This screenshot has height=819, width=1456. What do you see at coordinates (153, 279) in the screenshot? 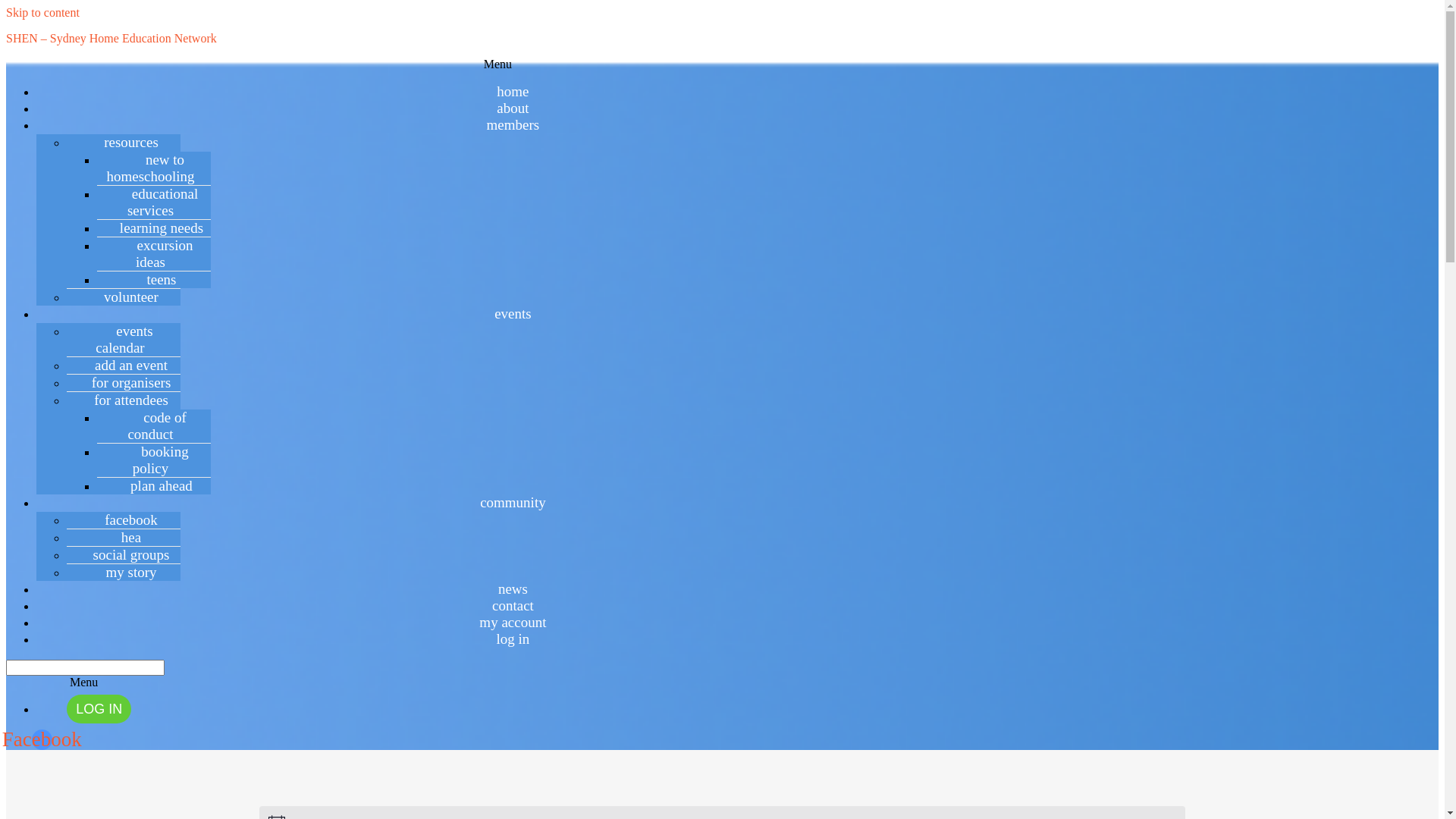
I see `'teens'` at bounding box center [153, 279].